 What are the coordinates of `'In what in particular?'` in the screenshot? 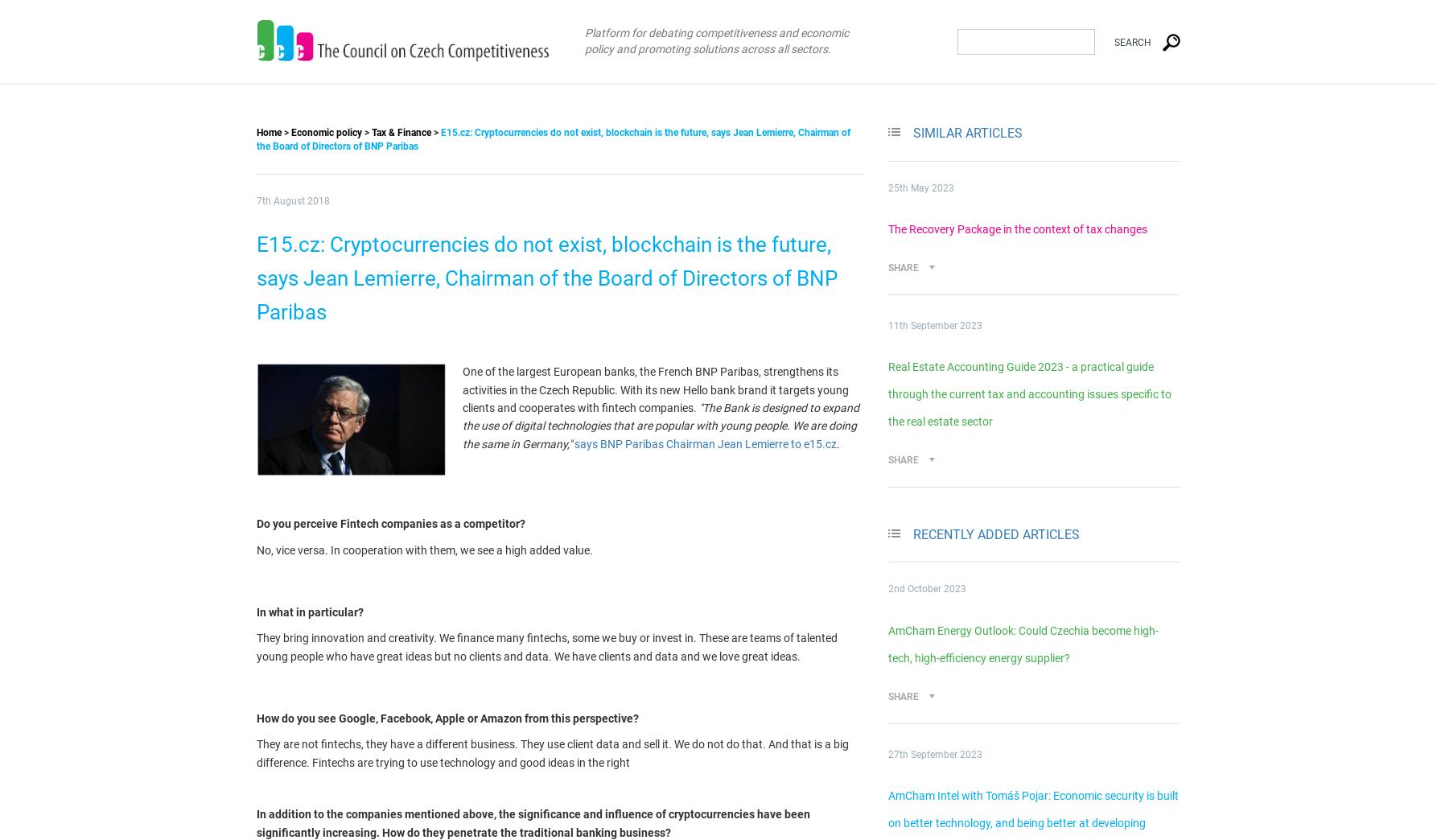 It's located at (310, 611).